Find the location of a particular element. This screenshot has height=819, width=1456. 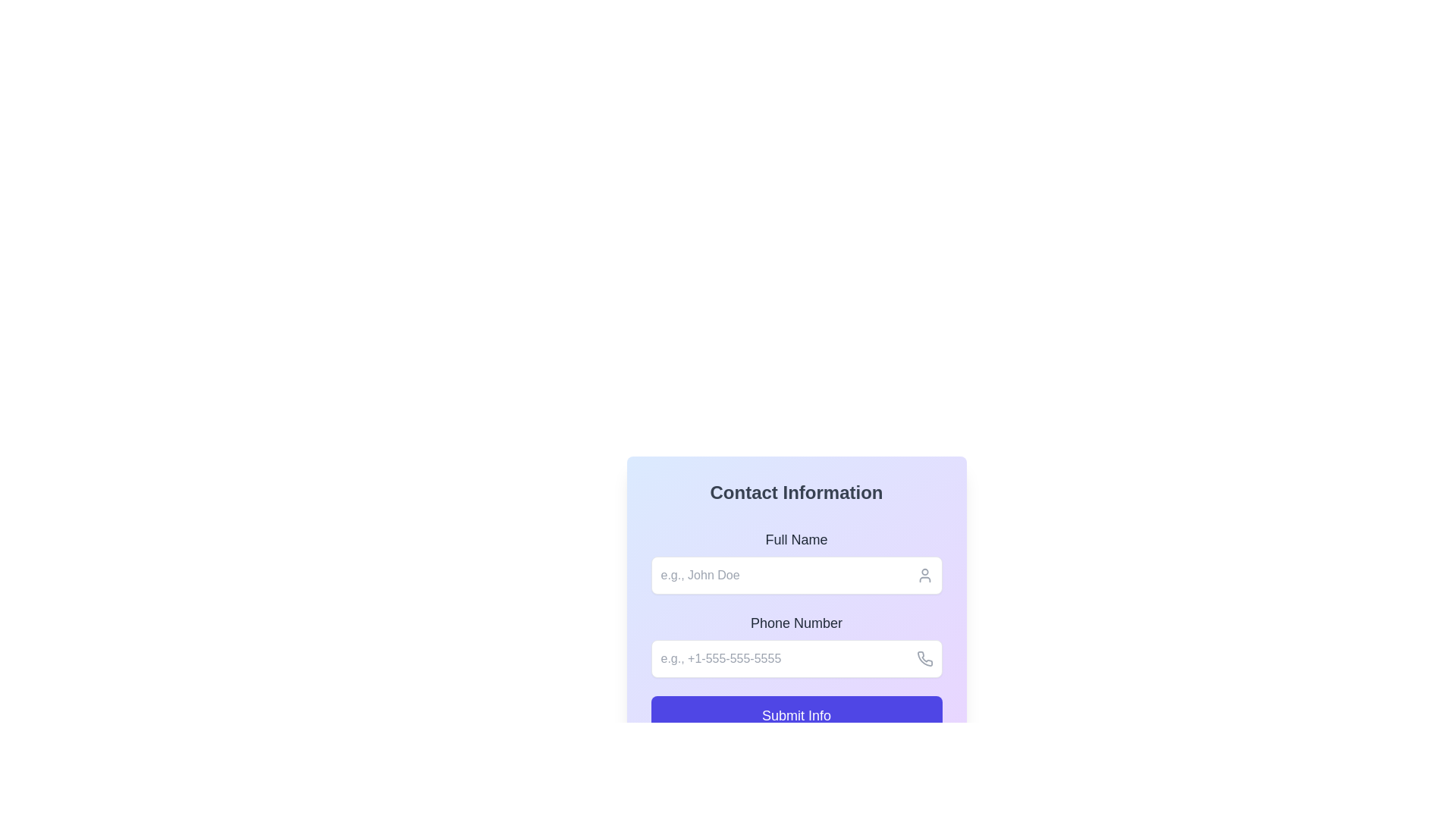

the 'Phone Number' input field to focus it for user input is located at coordinates (795, 645).